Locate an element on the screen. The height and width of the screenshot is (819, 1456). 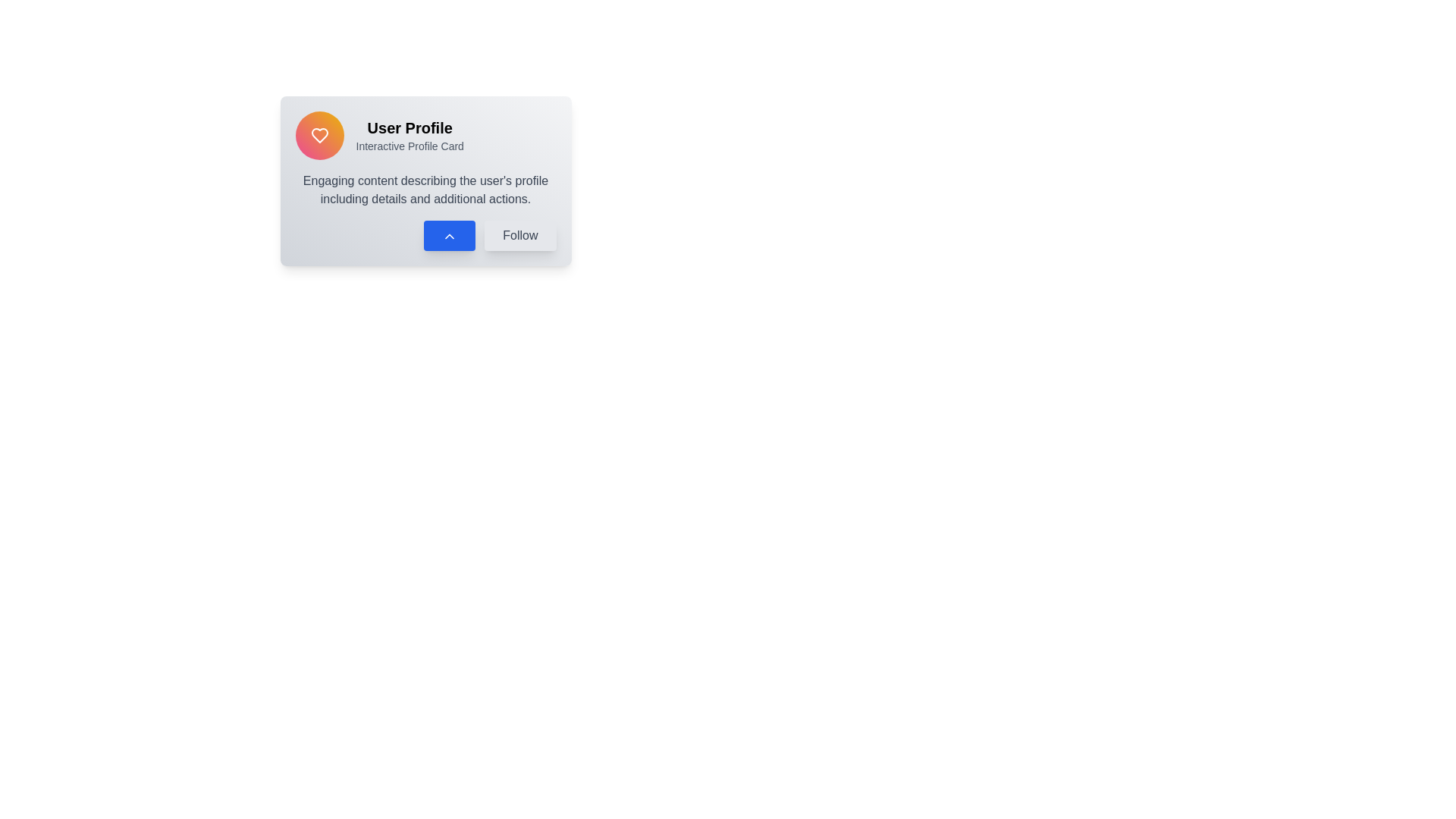
the heart-shaped icon filled with a gradient transitioning from red to orange, located at the top-left section of the user profile card, adjacent to the profile name and description text is located at coordinates (318, 134).